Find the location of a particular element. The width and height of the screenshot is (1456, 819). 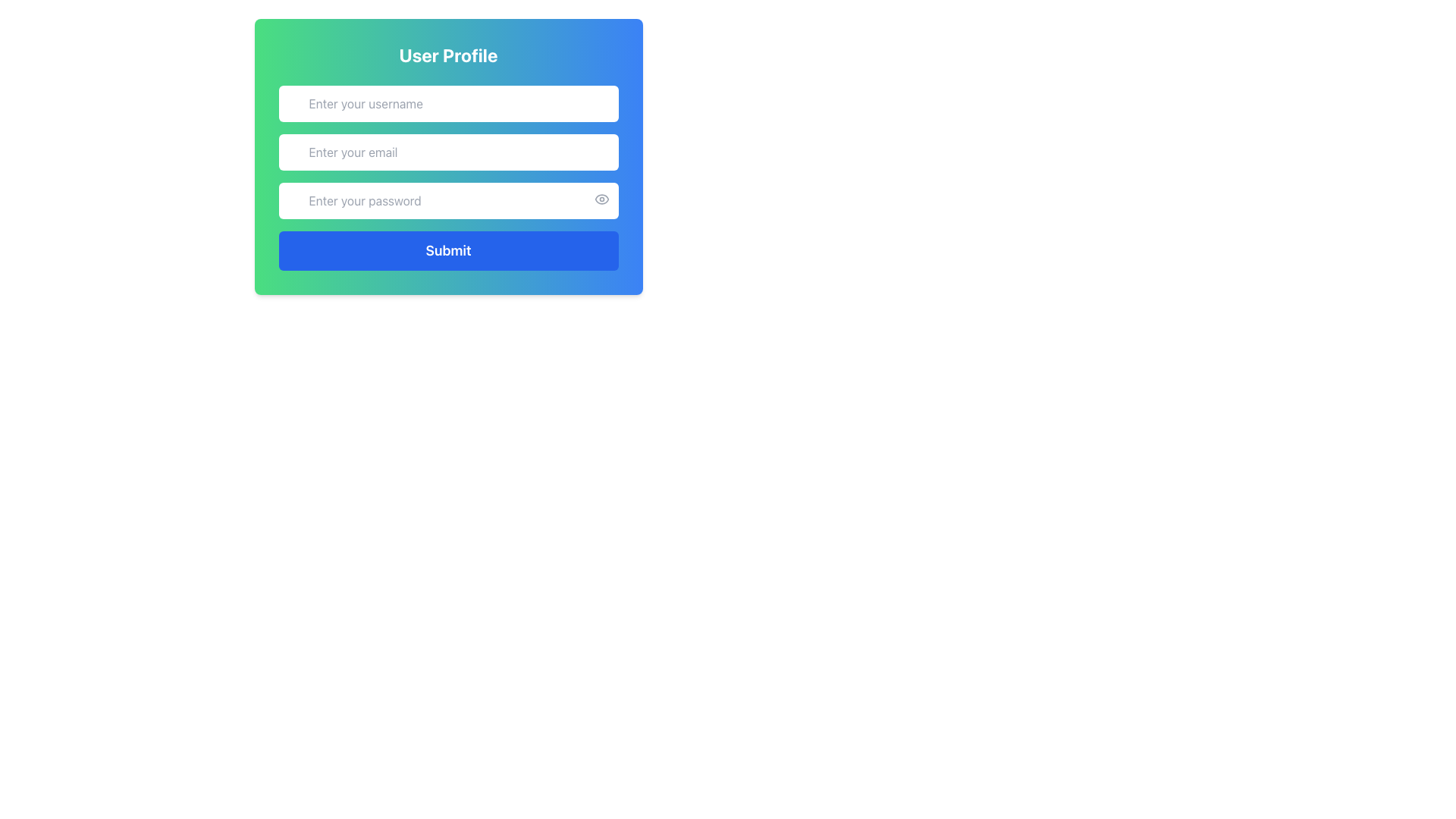

the submission button located at the bottom of the user profile form is located at coordinates (447, 250).